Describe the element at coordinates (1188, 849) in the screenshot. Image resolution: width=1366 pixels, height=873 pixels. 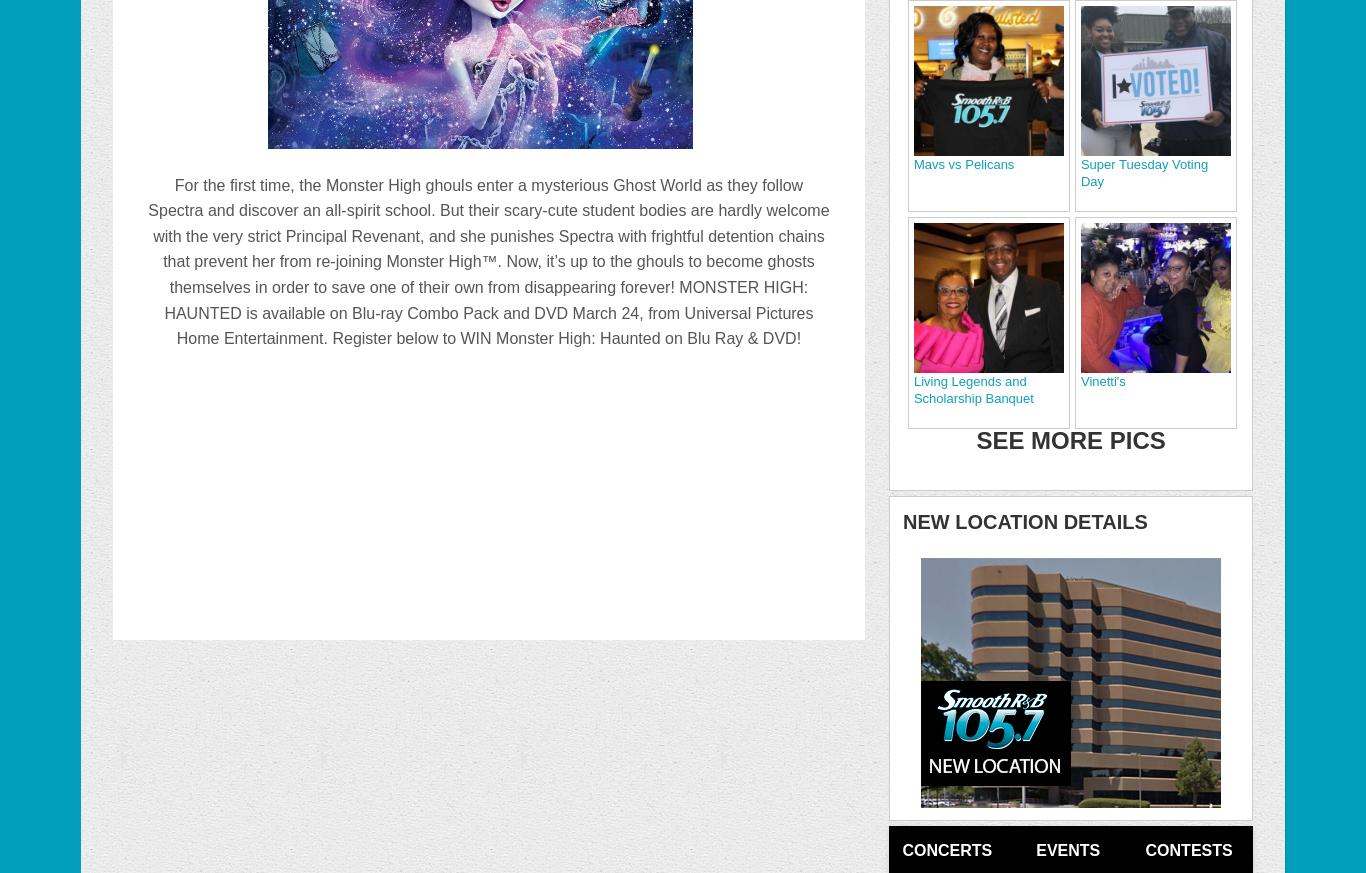
I see `'CONTESTS'` at that location.